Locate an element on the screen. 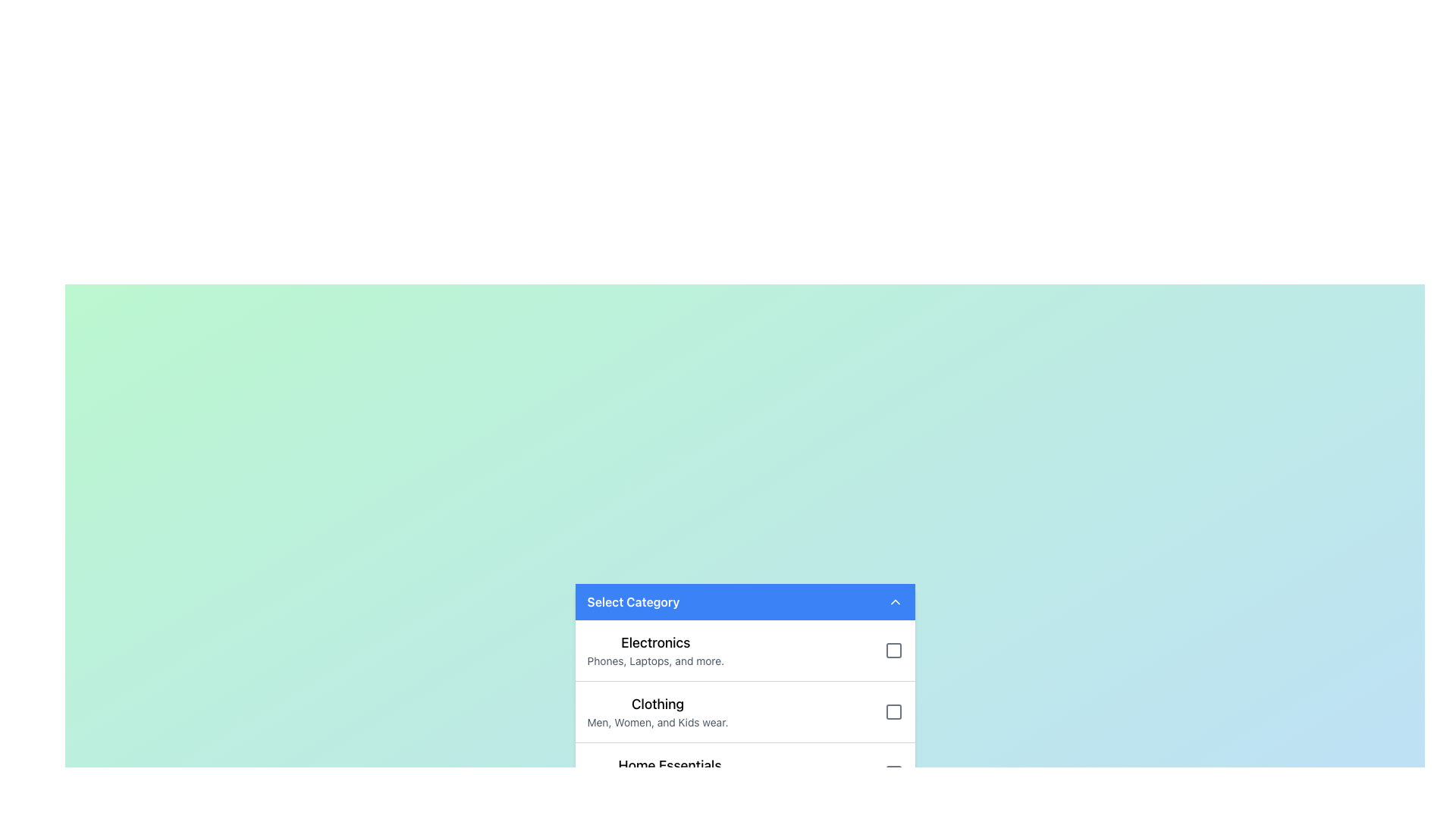 This screenshot has width=1456, height=819. the text label that reads 'Men, Women, and Kids wear.', which is styled with a smaller font size and gray color, positioned below the bold text 'Clothing' within a category card is located at coordinates (657, 721).